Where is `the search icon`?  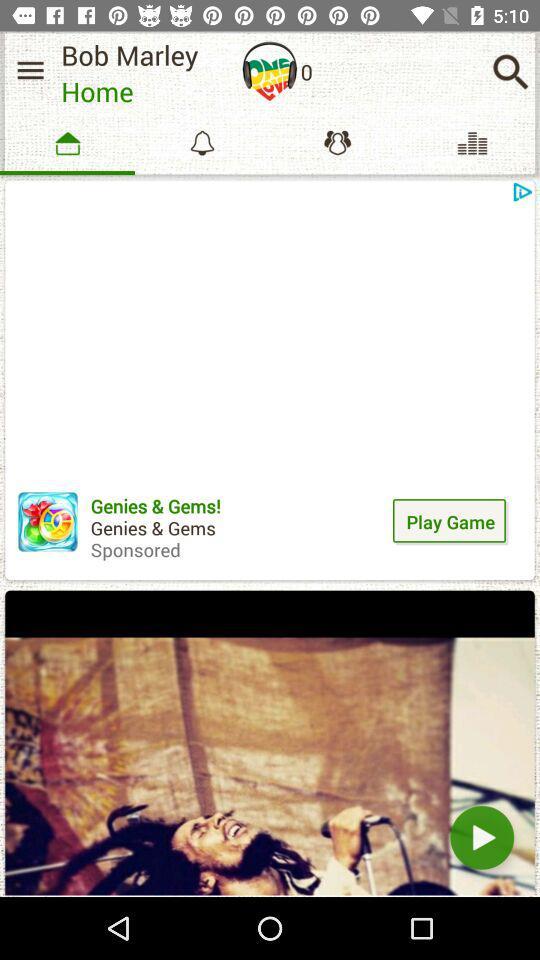 the search icon is located at coordinates (510, 71).